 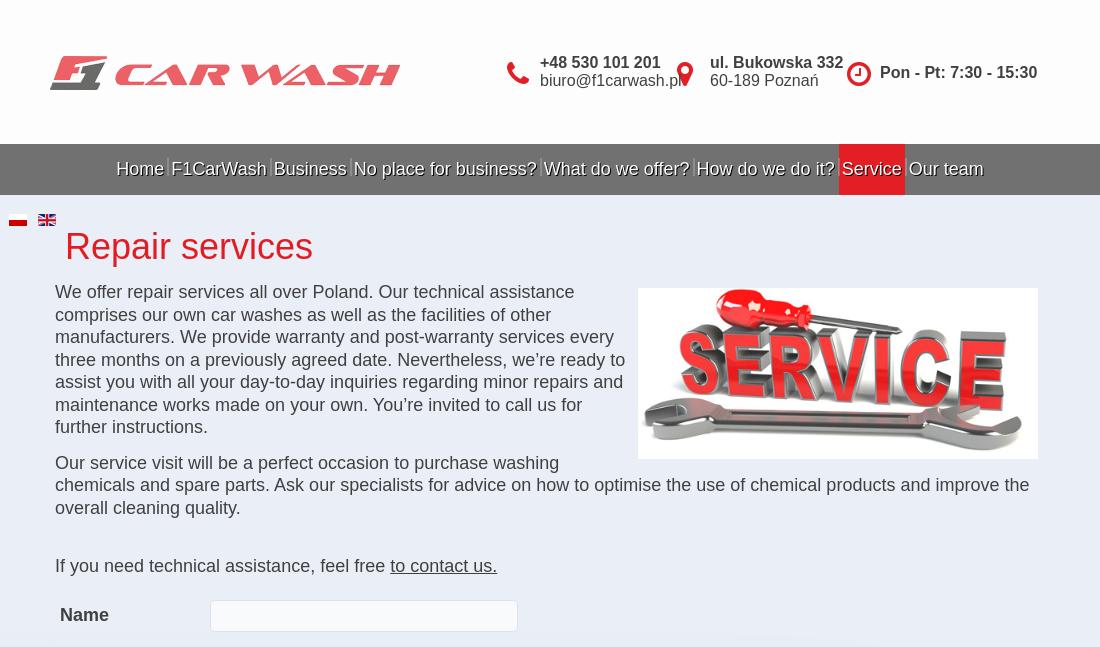 I want to click on 'Business', so click(x=308, y=168).